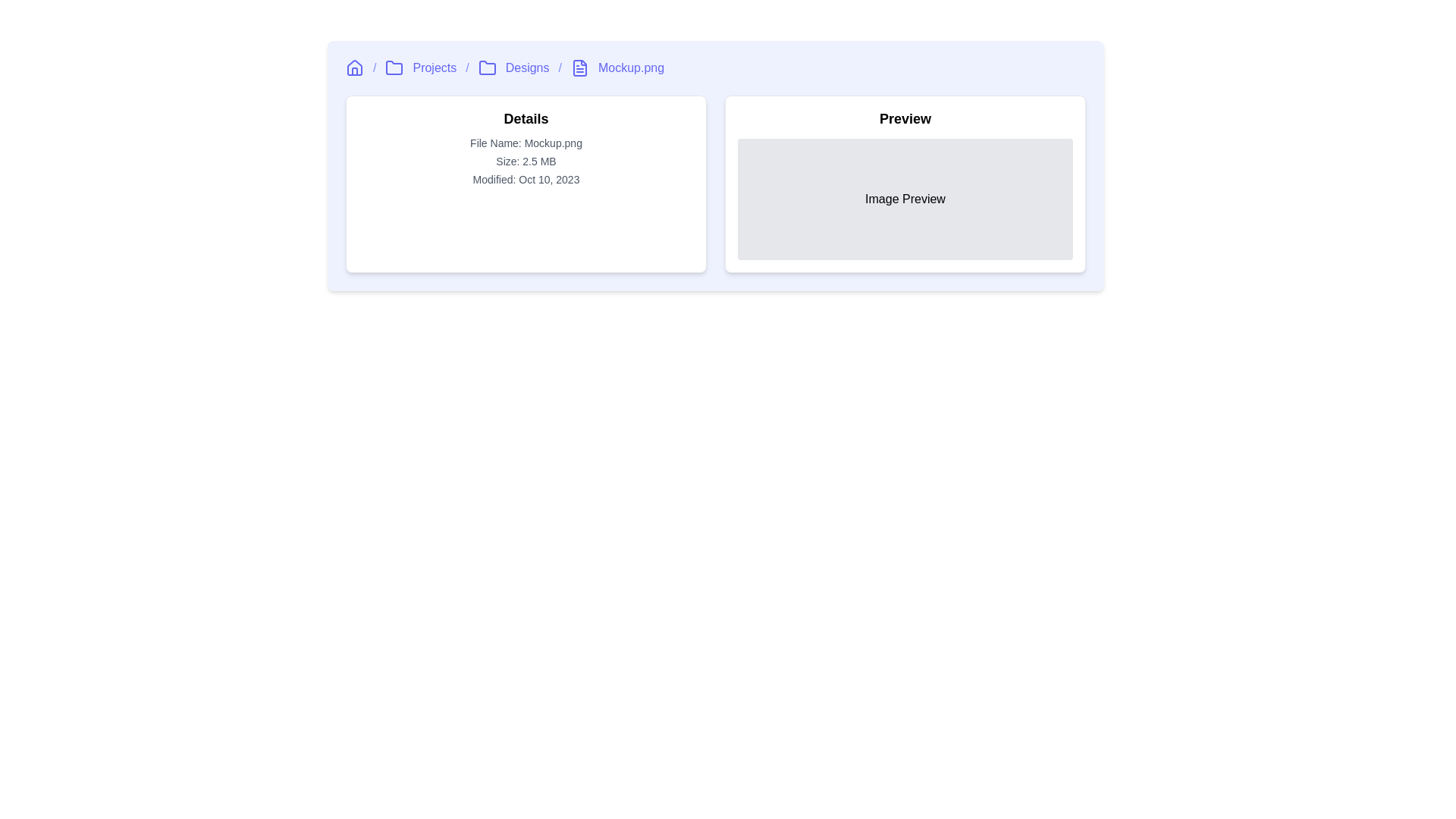 The image size is (1456, 819). Describe the element at coordinates (526, 118) in the screenshot. I see `the bold text label 'Details', which serves as the heading for the section and is visually separated from the subsequent information` at that location.